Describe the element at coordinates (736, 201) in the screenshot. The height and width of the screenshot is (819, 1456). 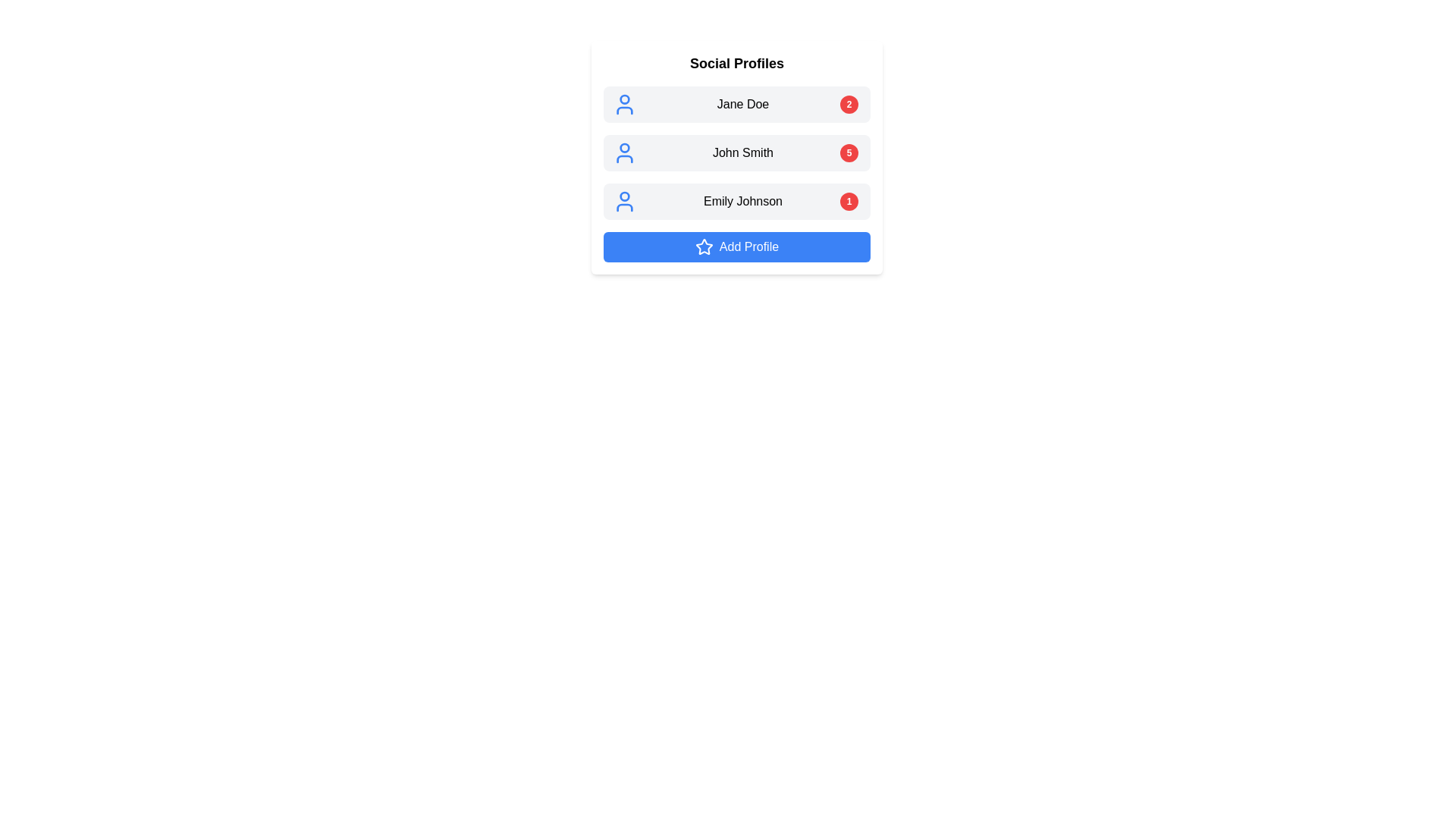
I see `the user profile button for 'Emily Johnson', which is the third card in a vertical list` at that location.